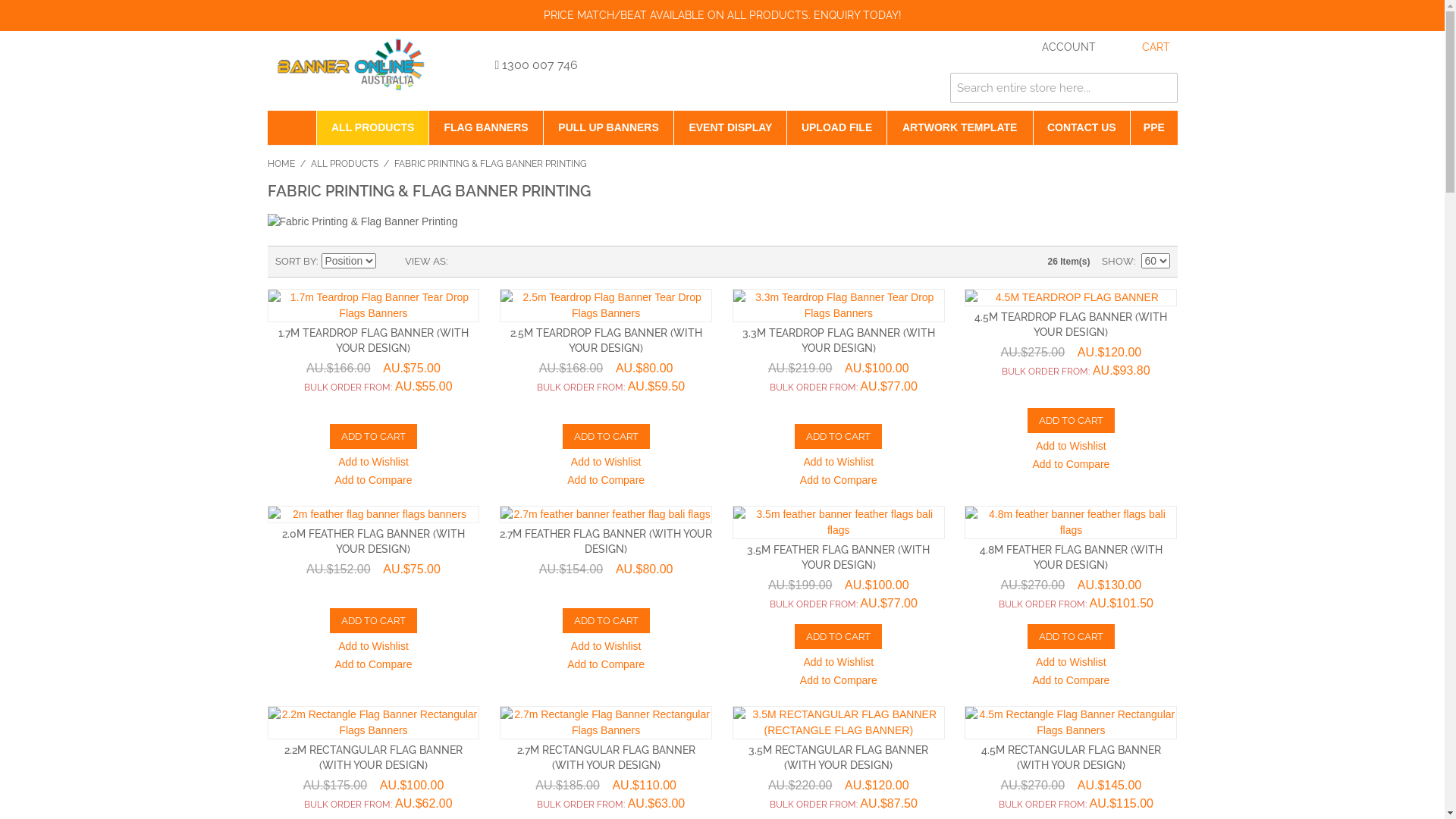  I want to click on '2.7M FEATHER FLAG BANNER (WITH YOUR DESIGN)', so click(604, 540).